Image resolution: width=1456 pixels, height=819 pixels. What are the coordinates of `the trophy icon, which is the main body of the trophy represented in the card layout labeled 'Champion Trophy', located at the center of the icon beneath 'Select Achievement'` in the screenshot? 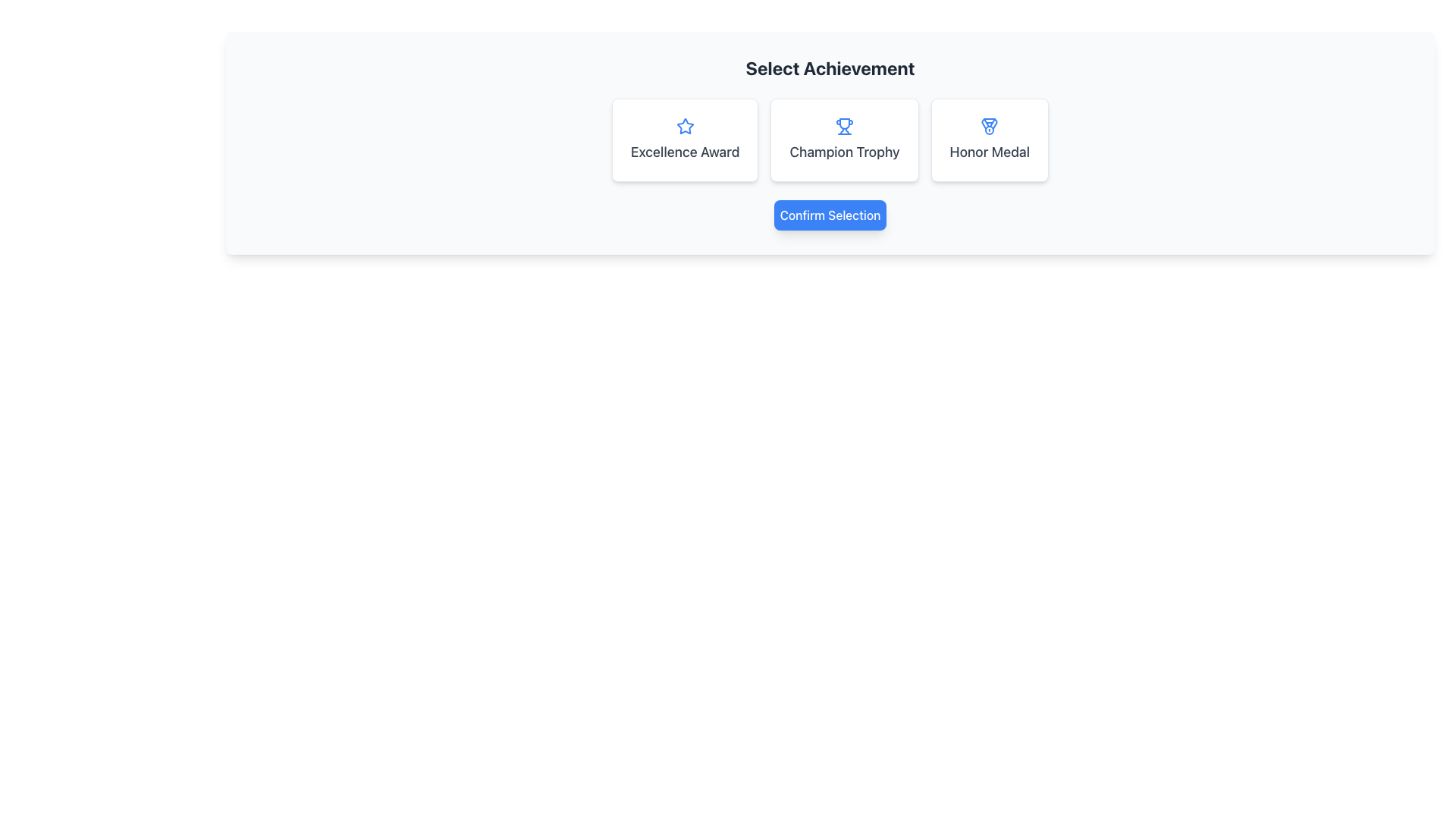 It's located at (843, 123).